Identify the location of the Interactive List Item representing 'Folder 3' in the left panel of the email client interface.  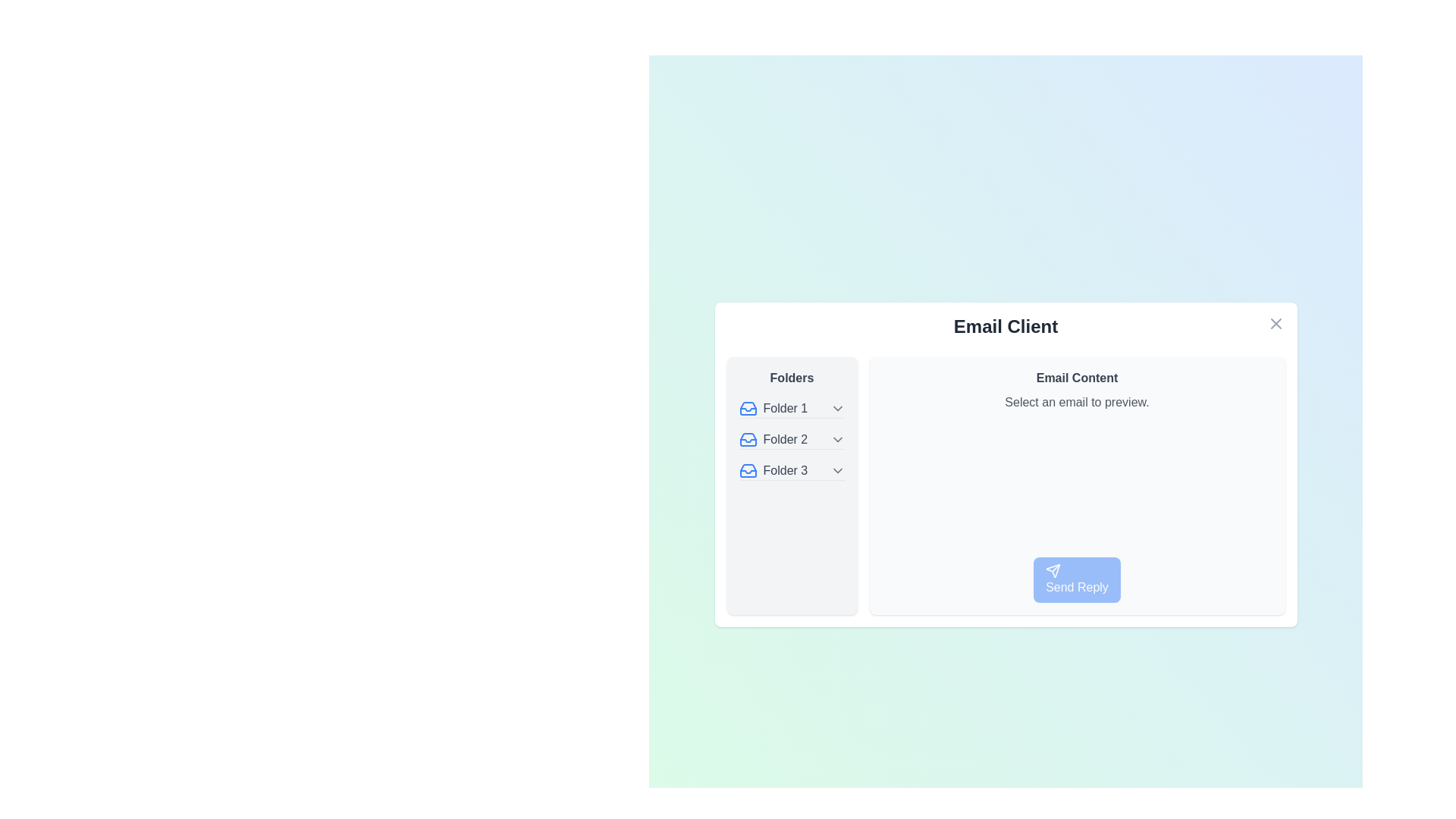
(791, 470).